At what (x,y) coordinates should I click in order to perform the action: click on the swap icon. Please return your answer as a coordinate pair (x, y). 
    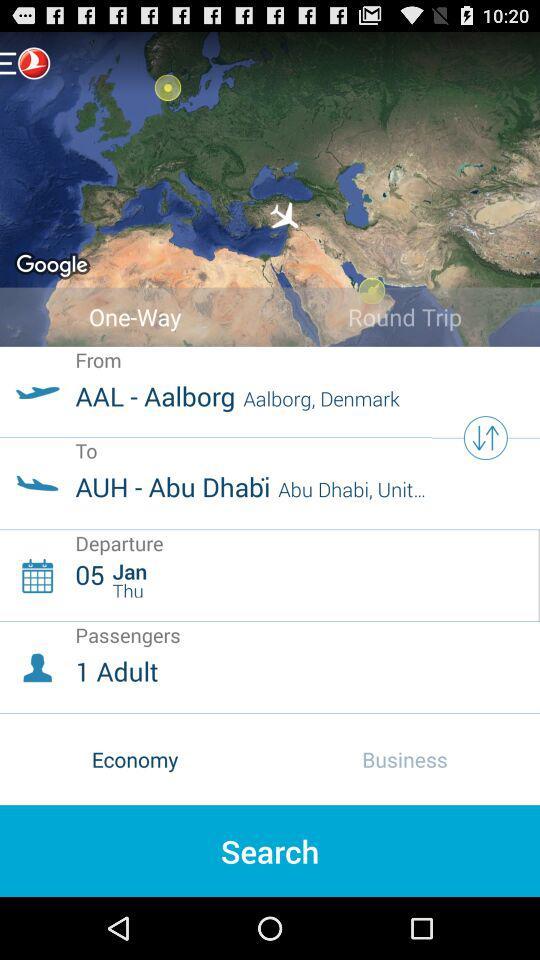
    Looking at the image, I should click on (484, 468).